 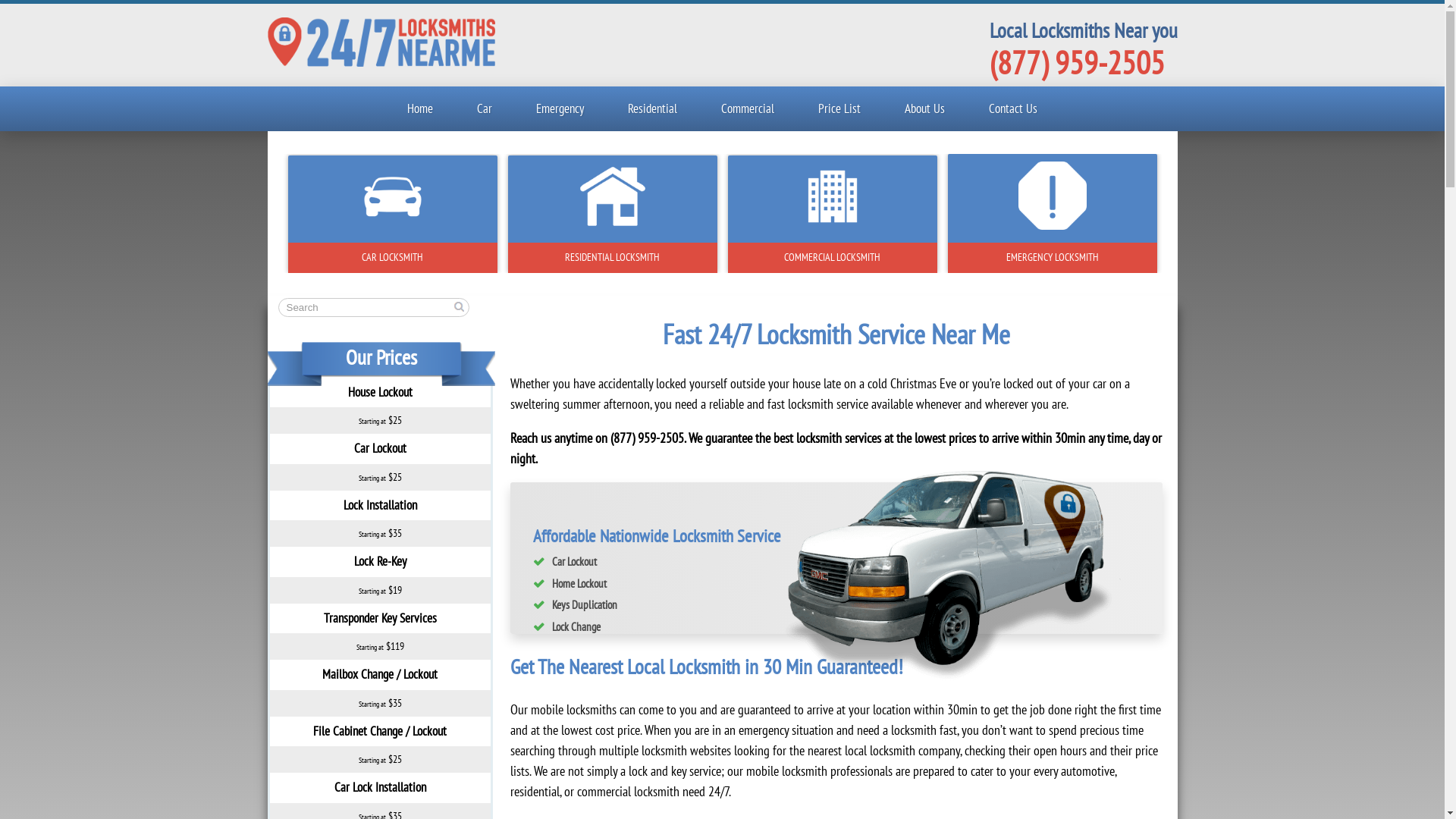 I want to click on 'Car', so click(x=483, y=108).